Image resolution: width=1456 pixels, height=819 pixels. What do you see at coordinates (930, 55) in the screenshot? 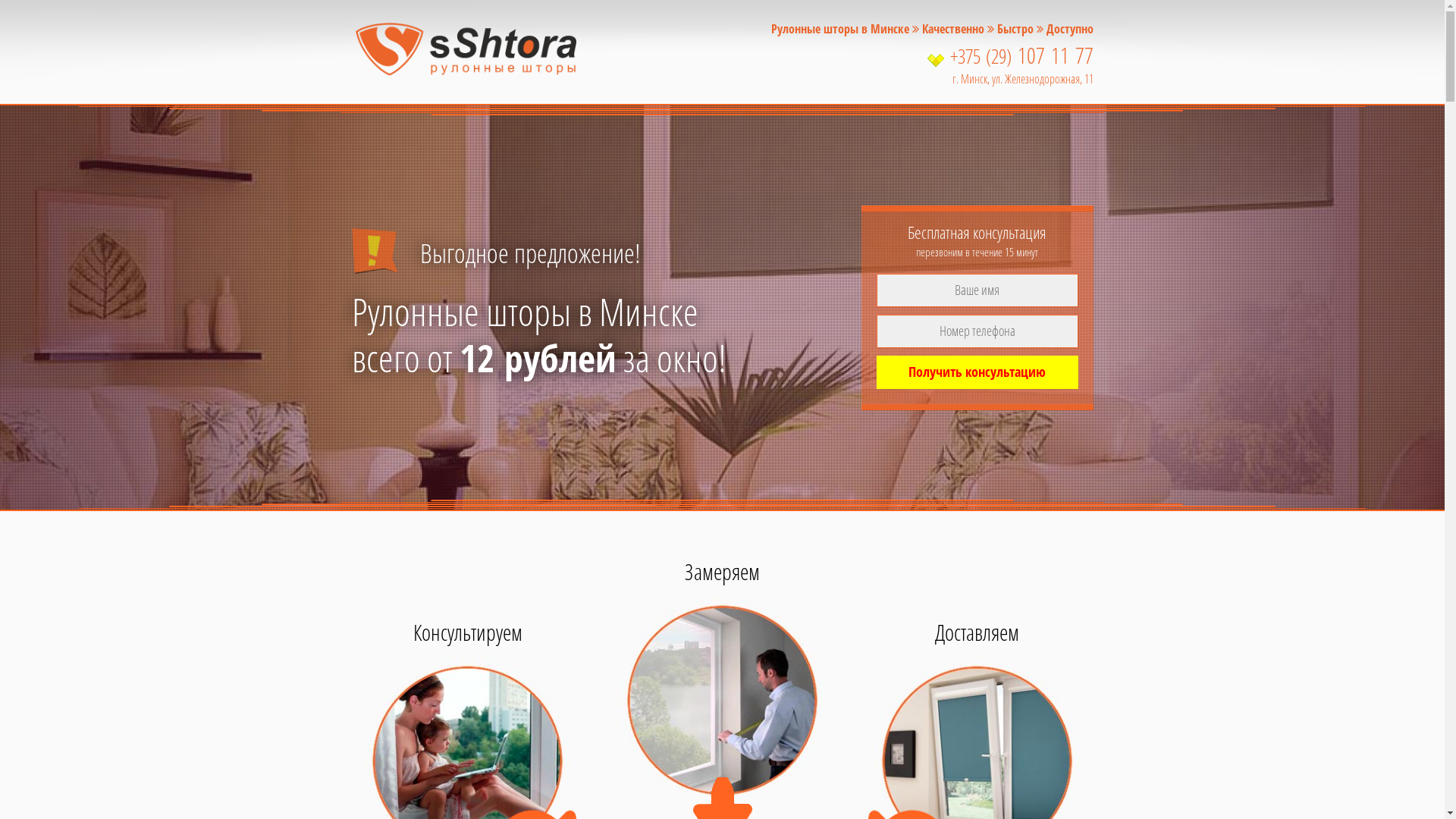
I see `'  +375 (29) 107 11 77'` at bounding box center [930, 55].